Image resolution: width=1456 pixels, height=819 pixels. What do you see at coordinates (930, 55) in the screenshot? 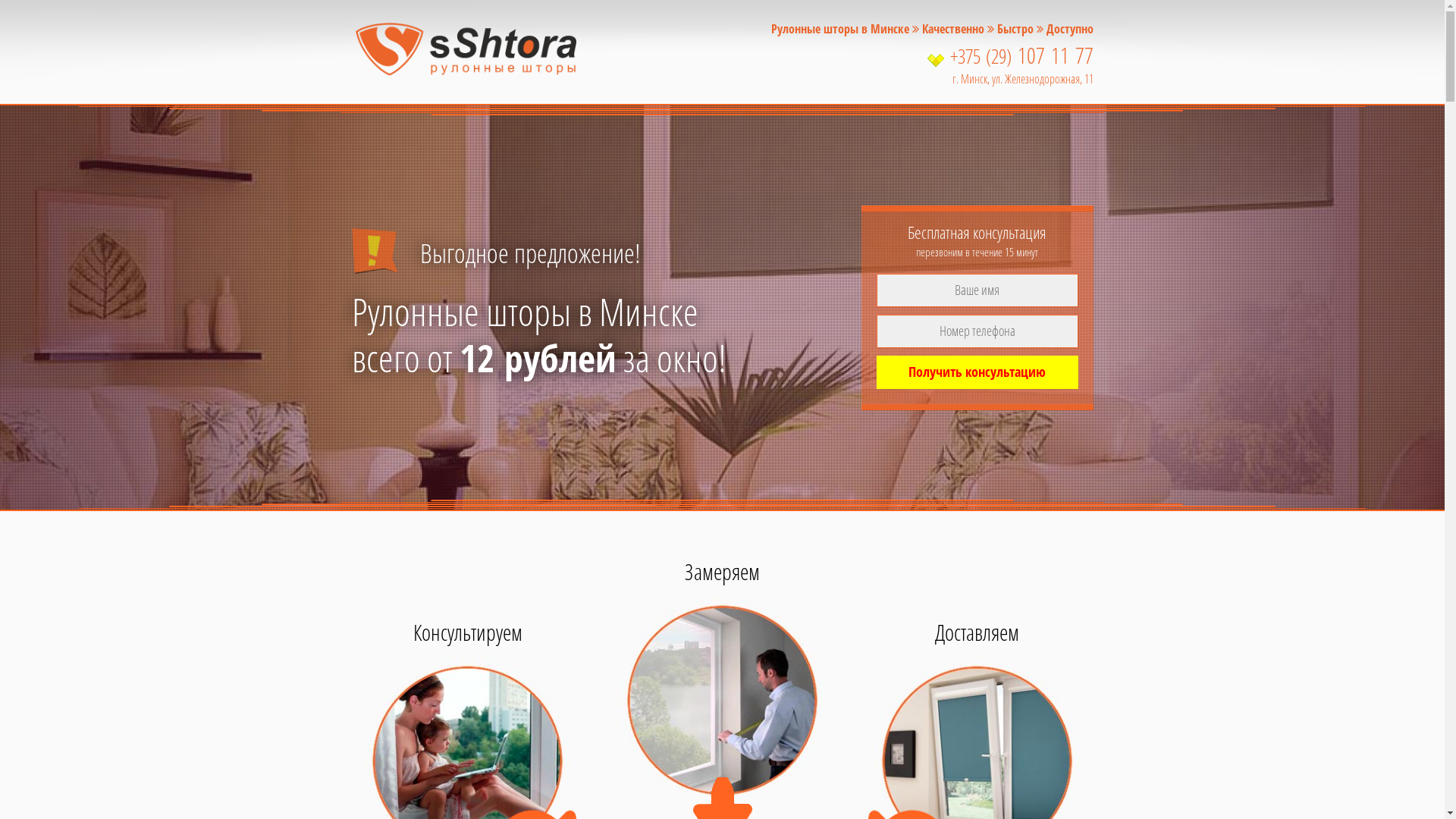
I see `'  +375 (29) 107 11 77'` at bounding box center [930, 55].